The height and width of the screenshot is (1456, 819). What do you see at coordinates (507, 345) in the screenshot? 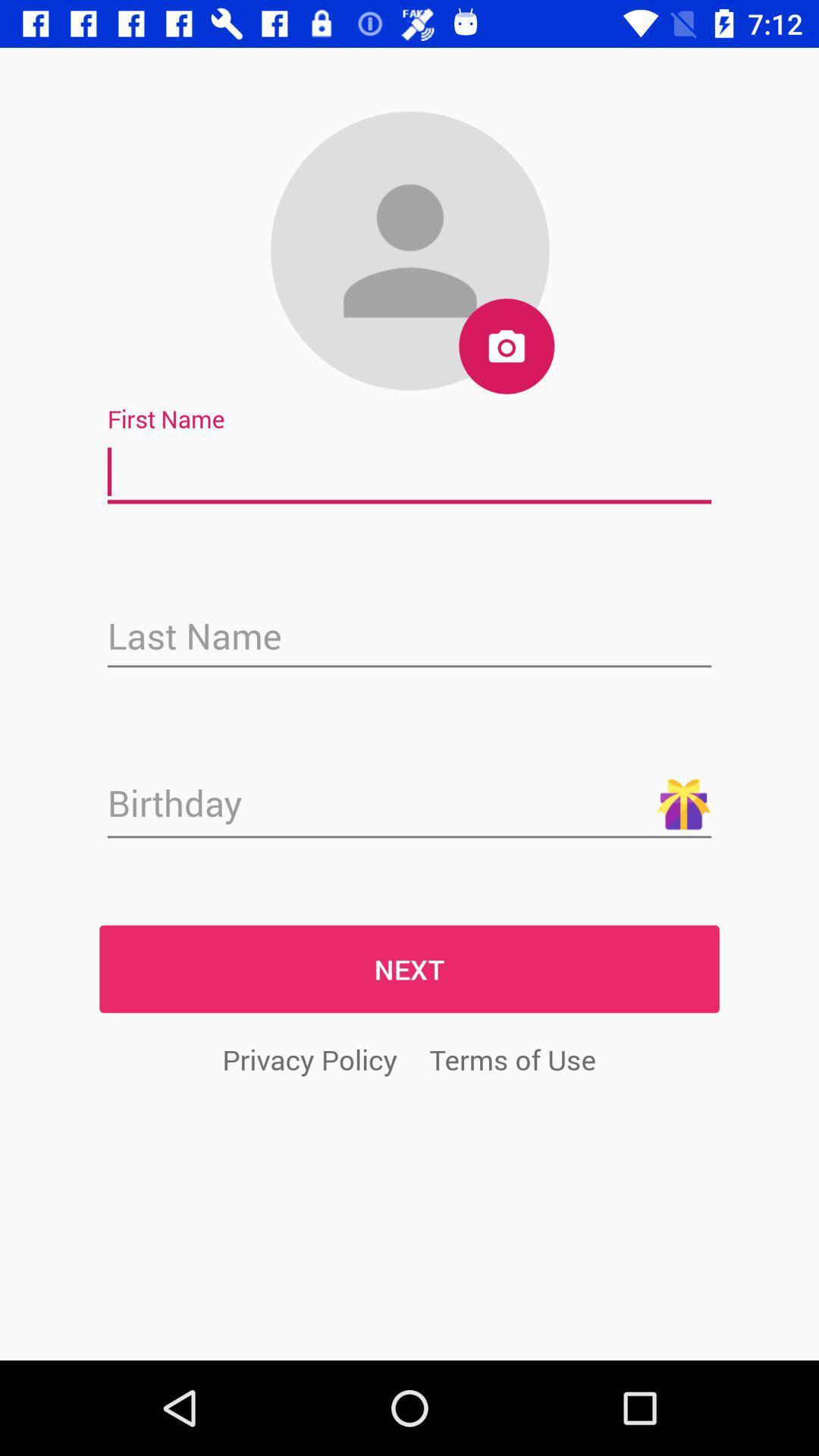
I see `the photo icon` at bounding box center [507, 345].